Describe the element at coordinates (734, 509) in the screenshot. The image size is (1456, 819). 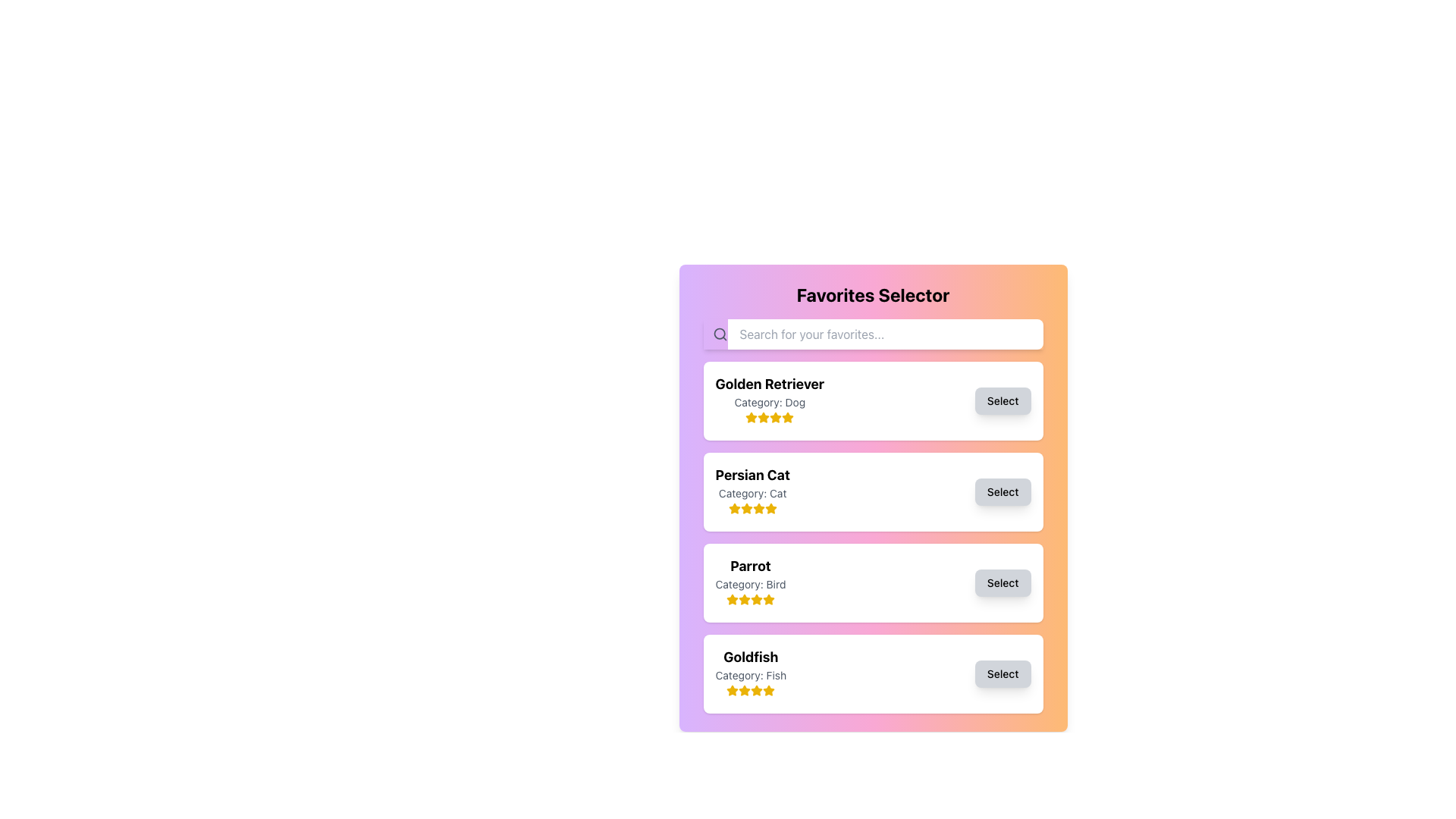
I see `the first star icon in the rating row for the 'Persian Cat' category, which is visually represented as a yellow star with a thin black outline` at that location.